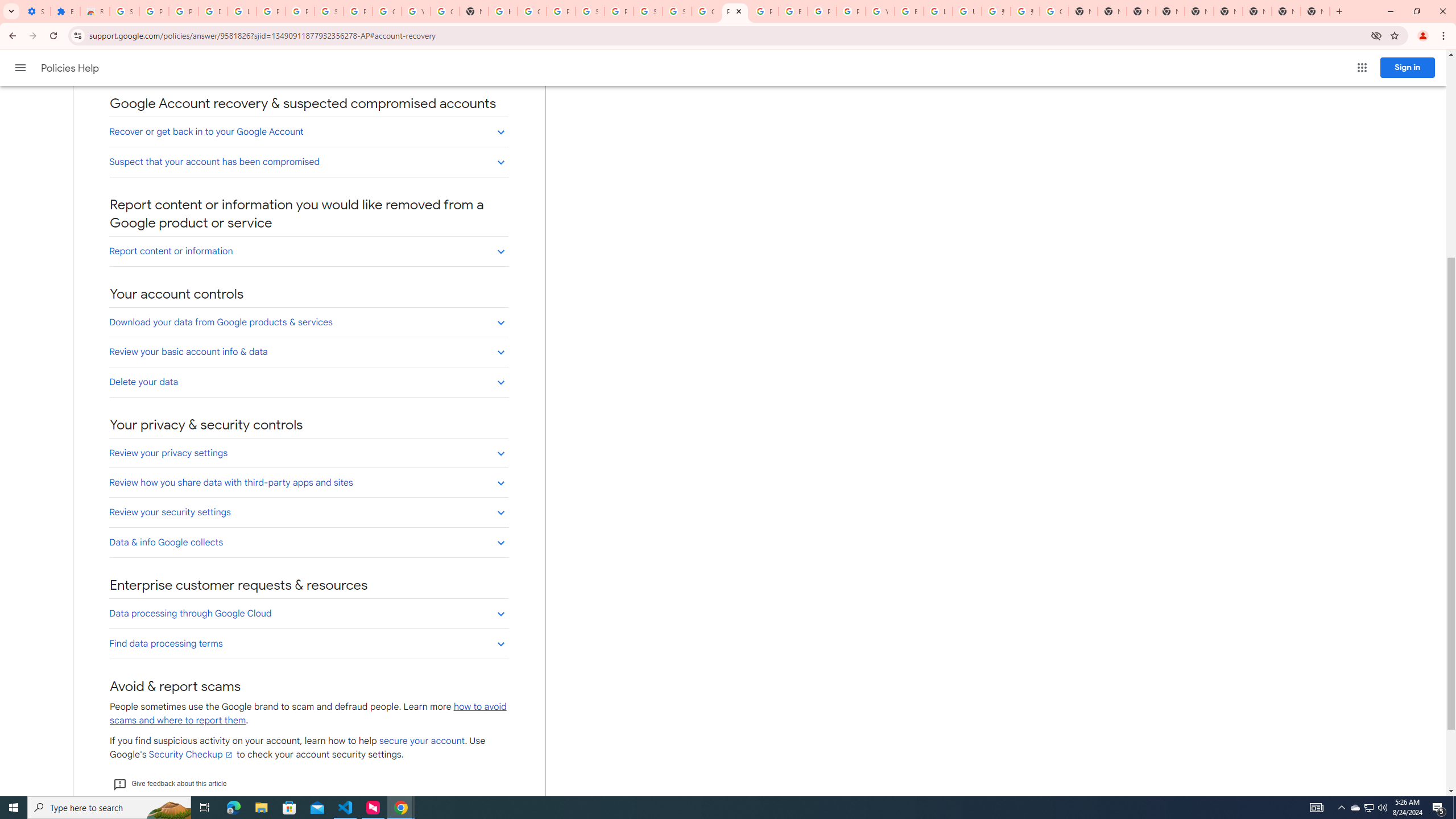  What do you see at coordinates (213, 11) in the screenshot?
I see `'Delete photos & videos - Computer - Google Photos Help'` at bounding box center [213, 11].